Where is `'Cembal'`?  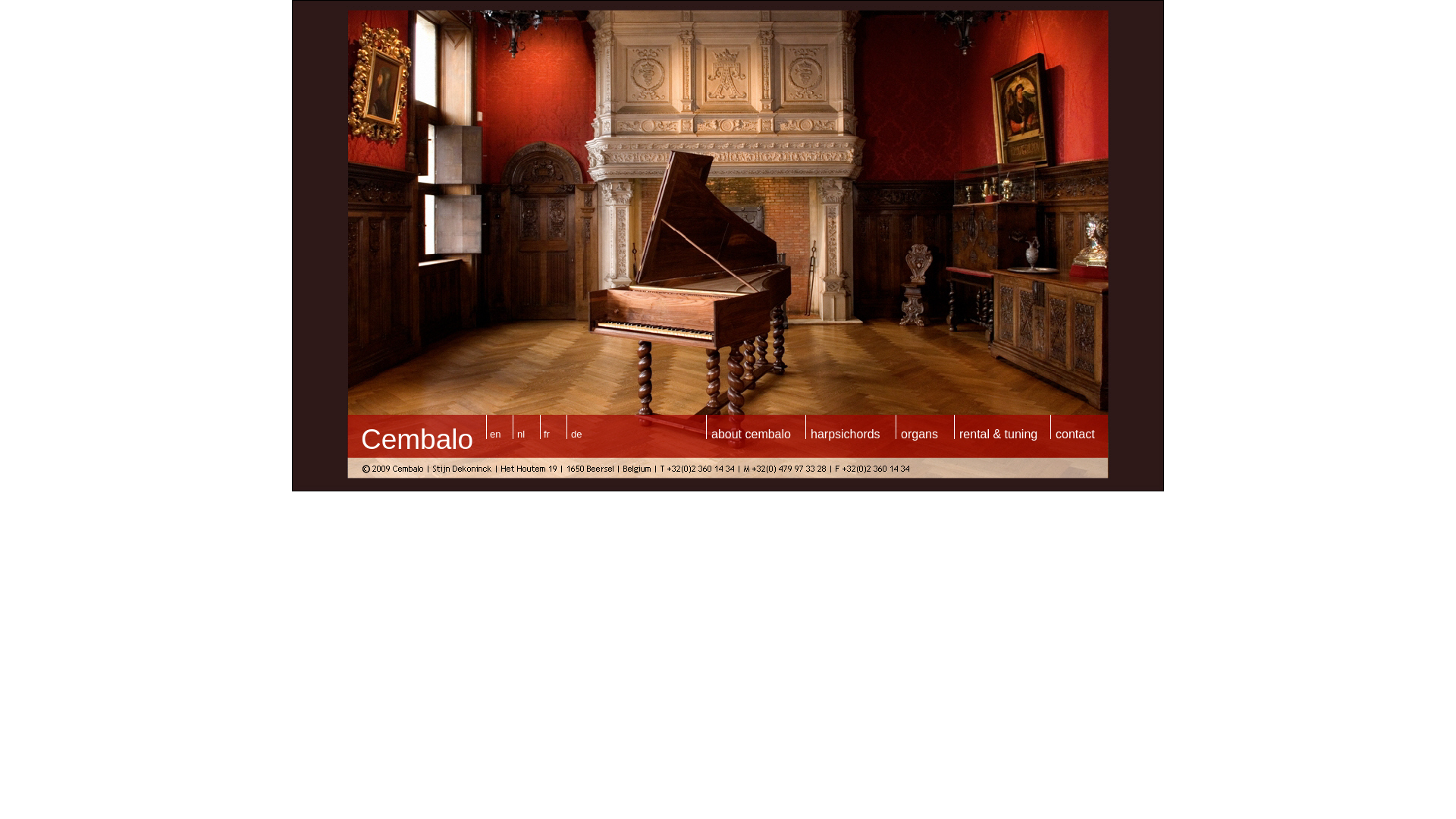
'Cembal' is located at coordinates (409, 439).